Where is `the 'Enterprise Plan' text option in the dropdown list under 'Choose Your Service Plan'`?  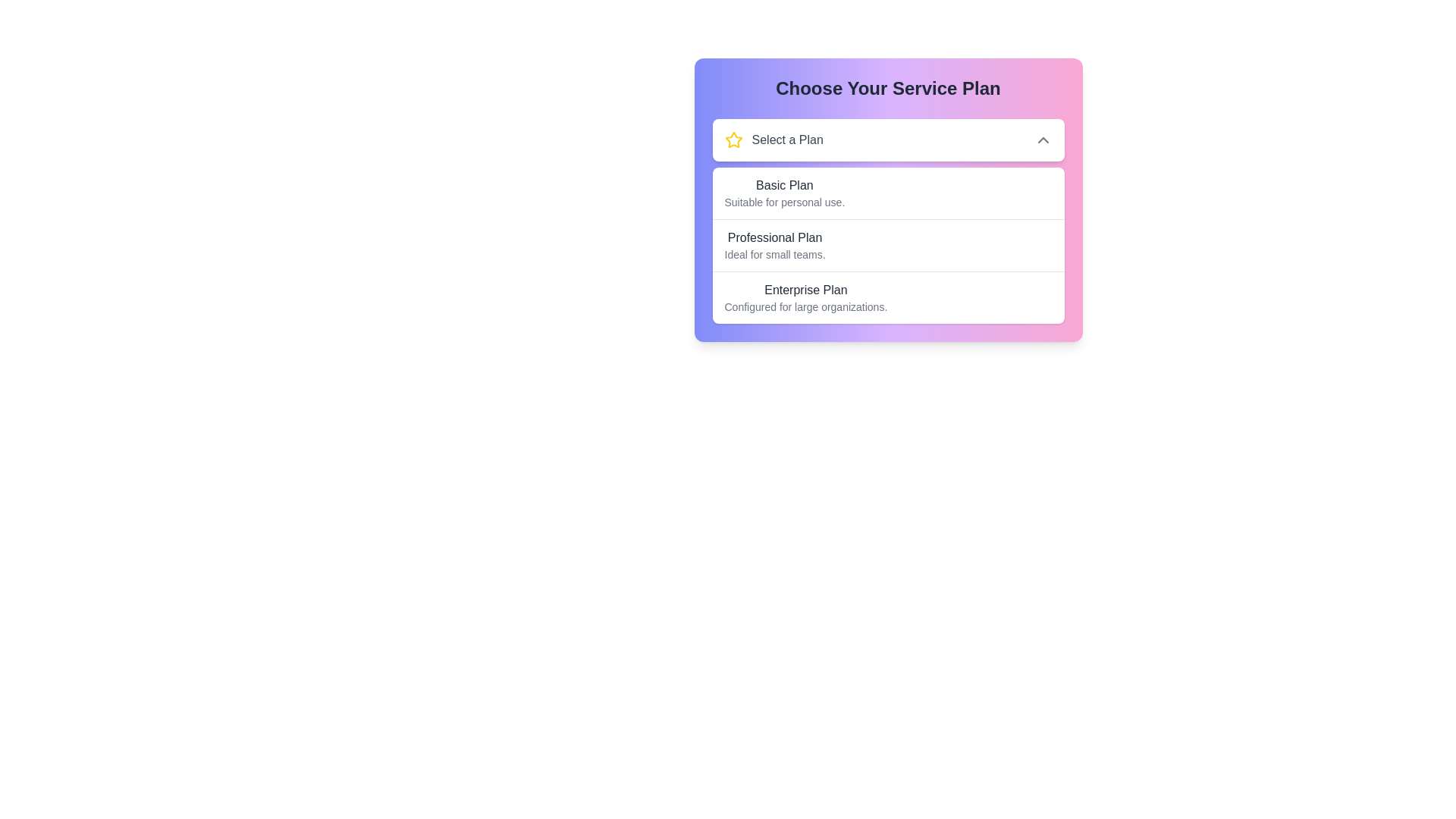
the 'Enterprise Plan' text option in the dropdown list under 'Choose Your Service Plan' is located at coordinates (805, 298).